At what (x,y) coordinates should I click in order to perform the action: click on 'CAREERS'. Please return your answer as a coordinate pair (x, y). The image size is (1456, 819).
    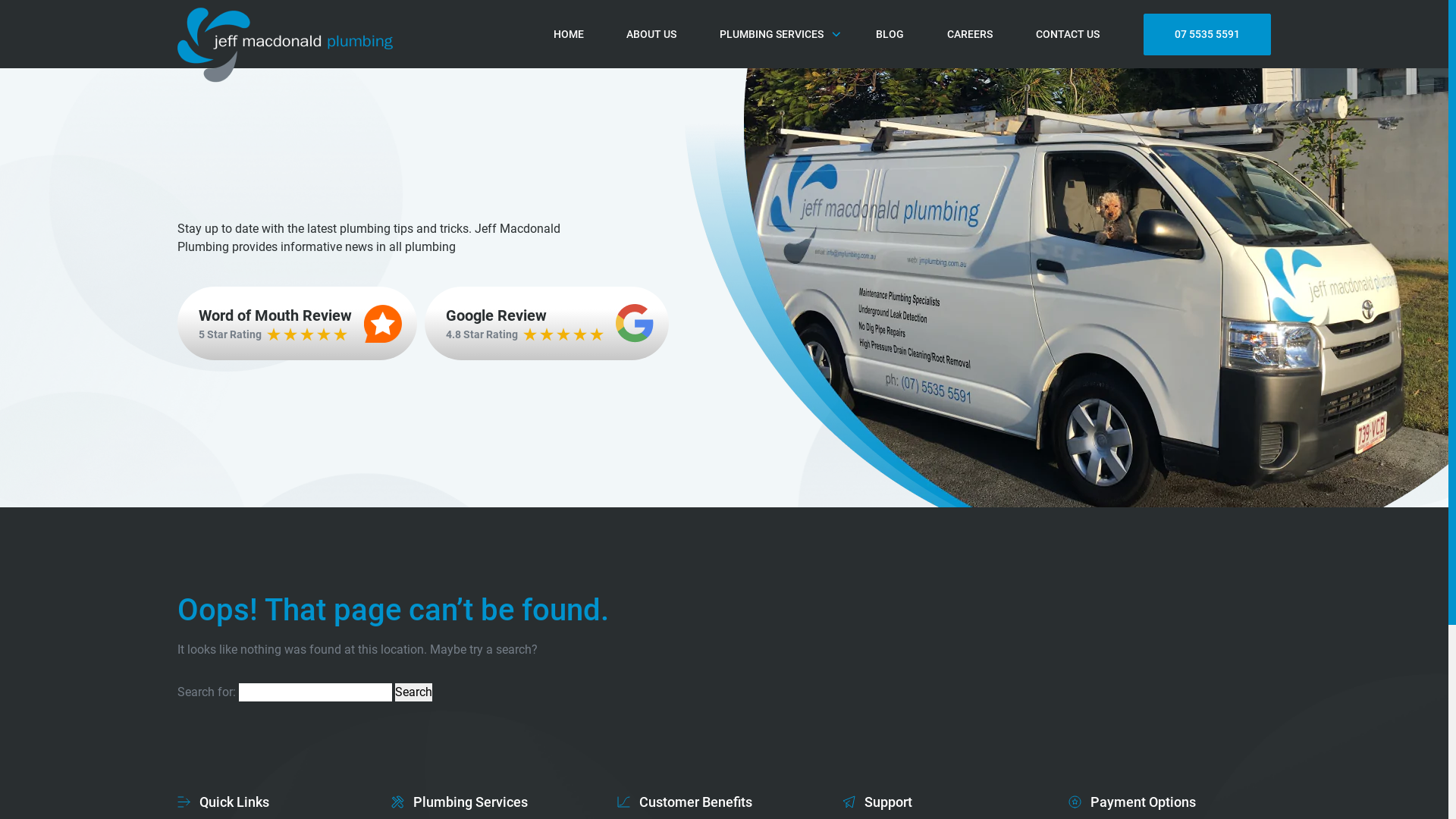
    Looking at the image, I should click on (968, 34).